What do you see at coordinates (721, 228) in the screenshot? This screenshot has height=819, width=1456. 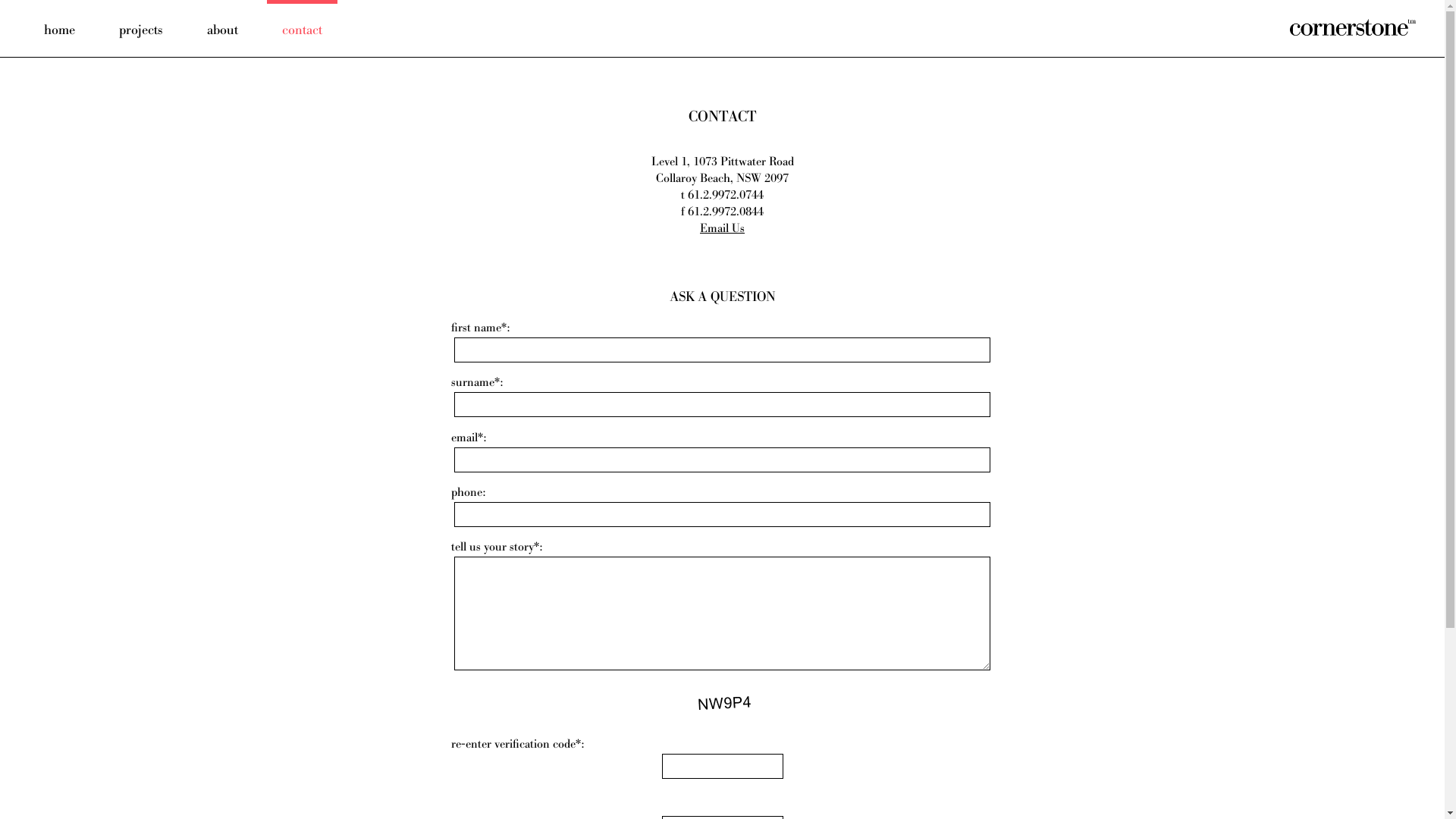 I see `'Email Us'` at bounding box center [721, 228].